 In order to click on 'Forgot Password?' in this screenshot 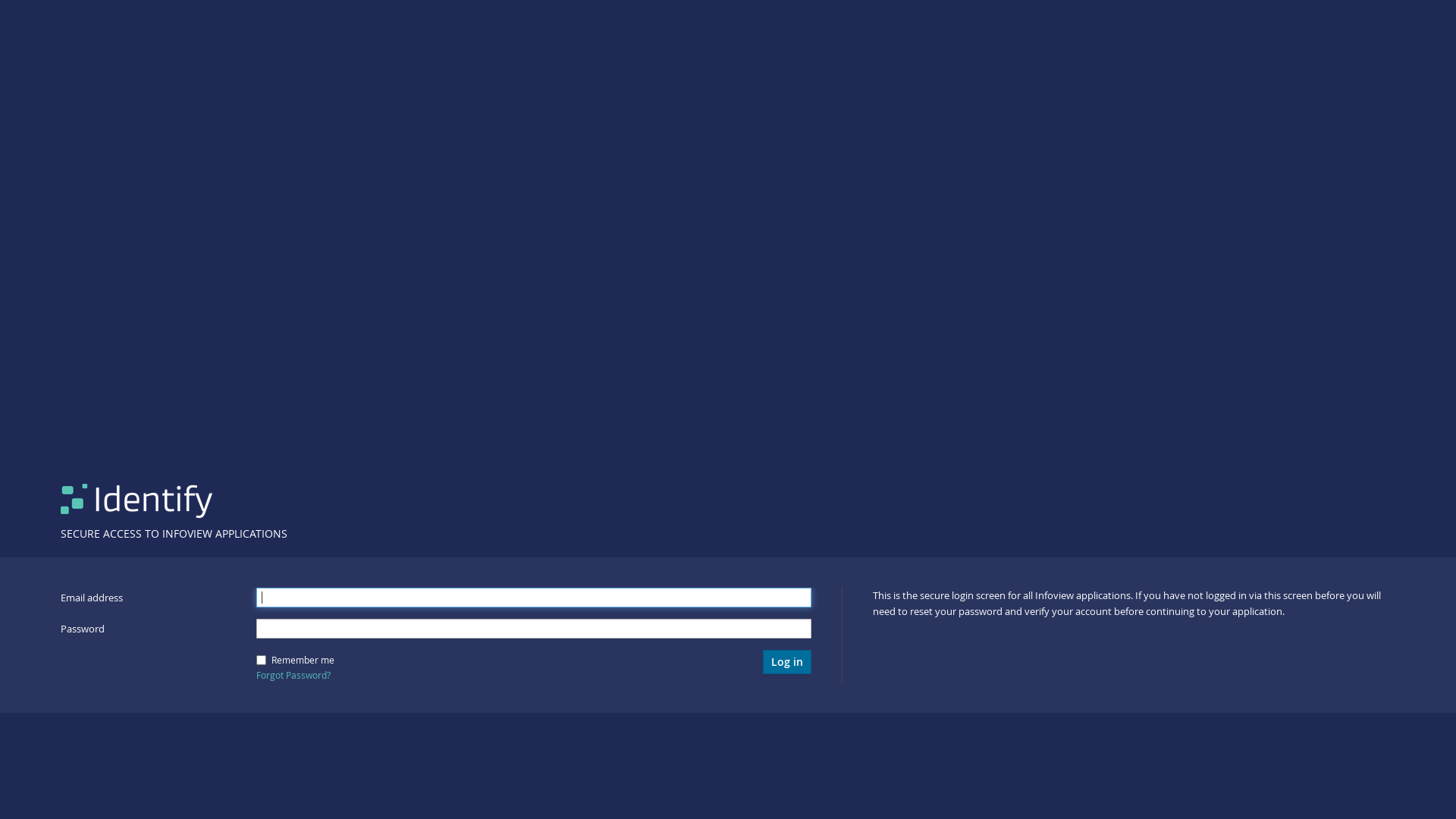, I will do `click(256, 674)`.